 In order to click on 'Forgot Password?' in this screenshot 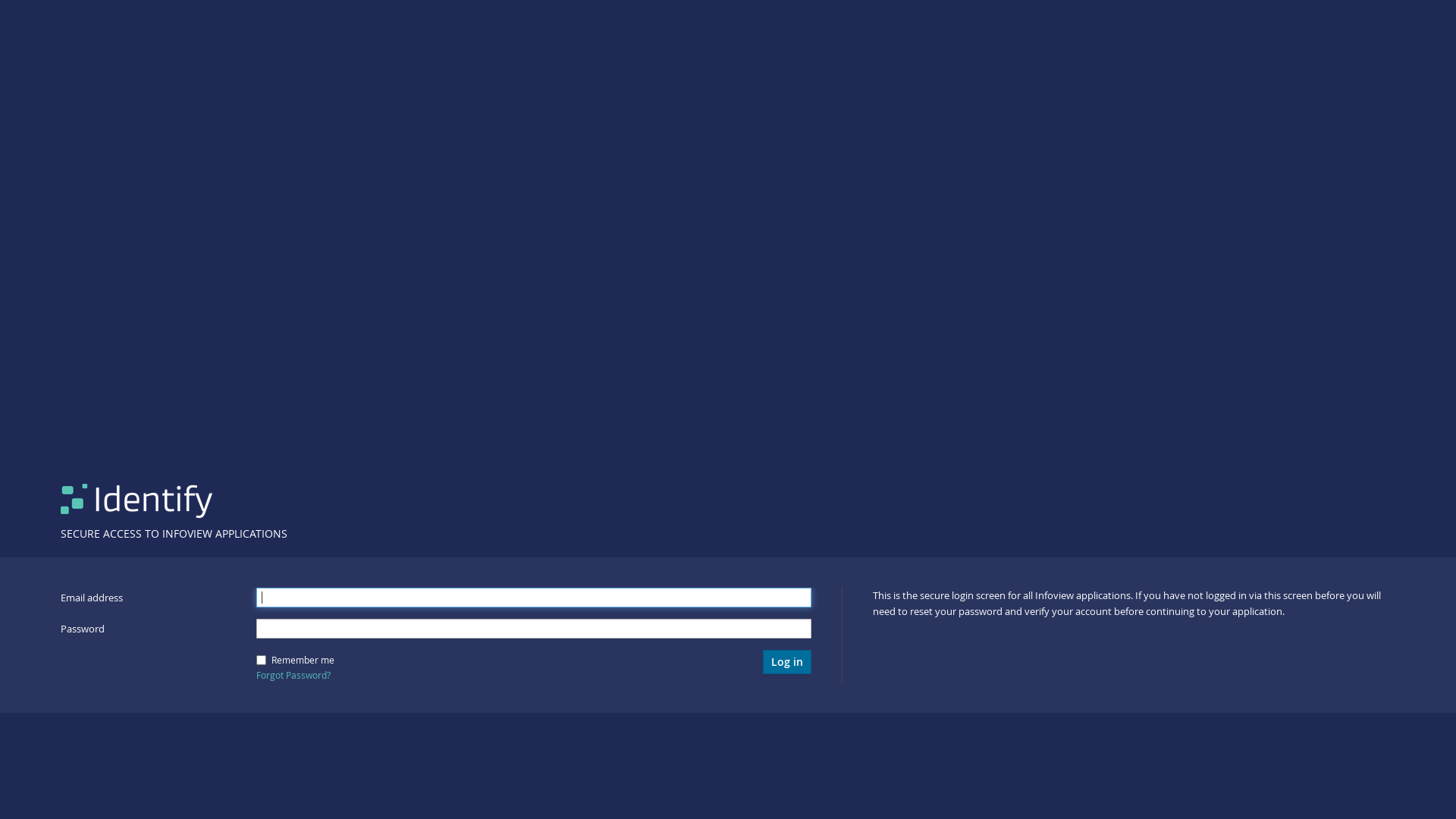, I will do `click(256, 674)`.